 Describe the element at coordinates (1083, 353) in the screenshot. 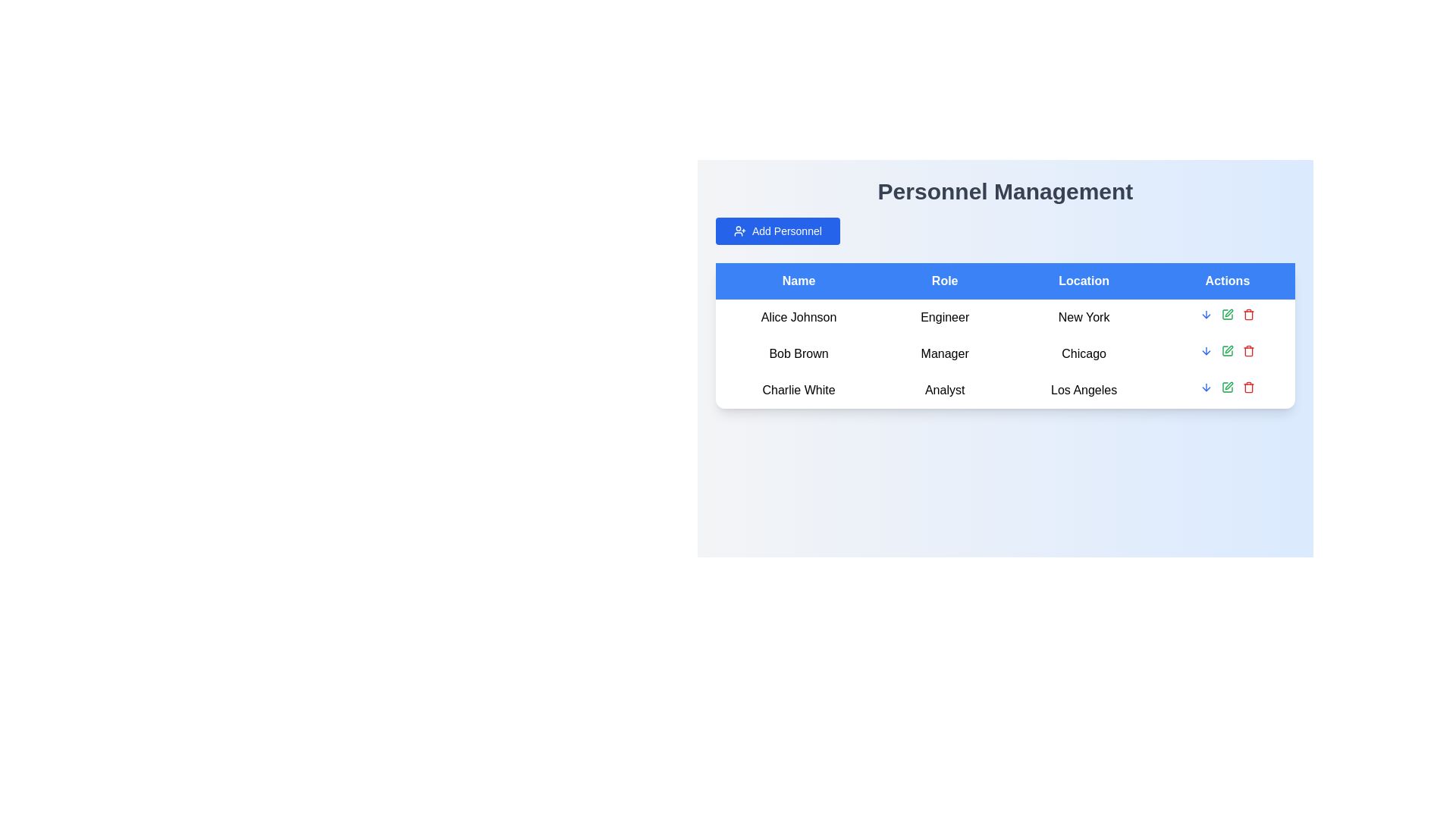

I see `the label indicating the location associated with 'Bob Brown', which is the third item under the 'Location' column in the table` at that location.